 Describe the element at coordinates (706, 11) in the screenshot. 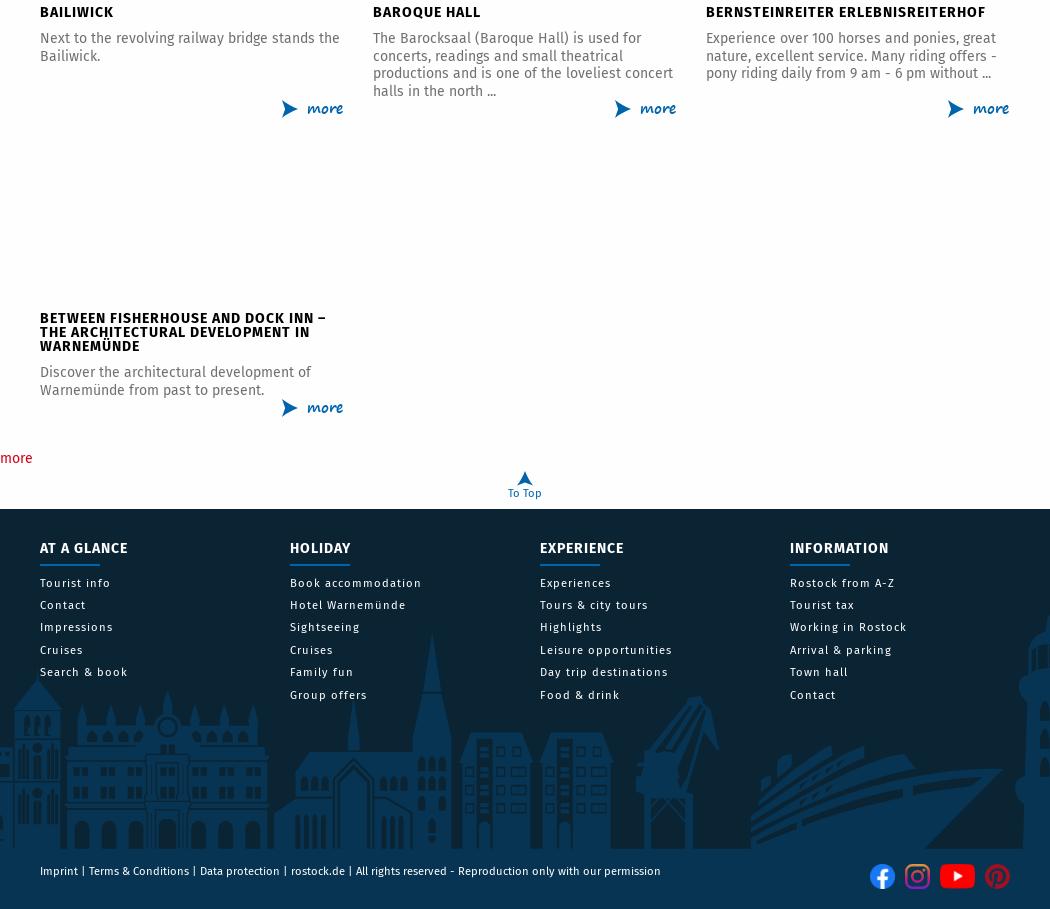

I see `'Bernsteinreiter Erlebnisreiterhof'` at that location.